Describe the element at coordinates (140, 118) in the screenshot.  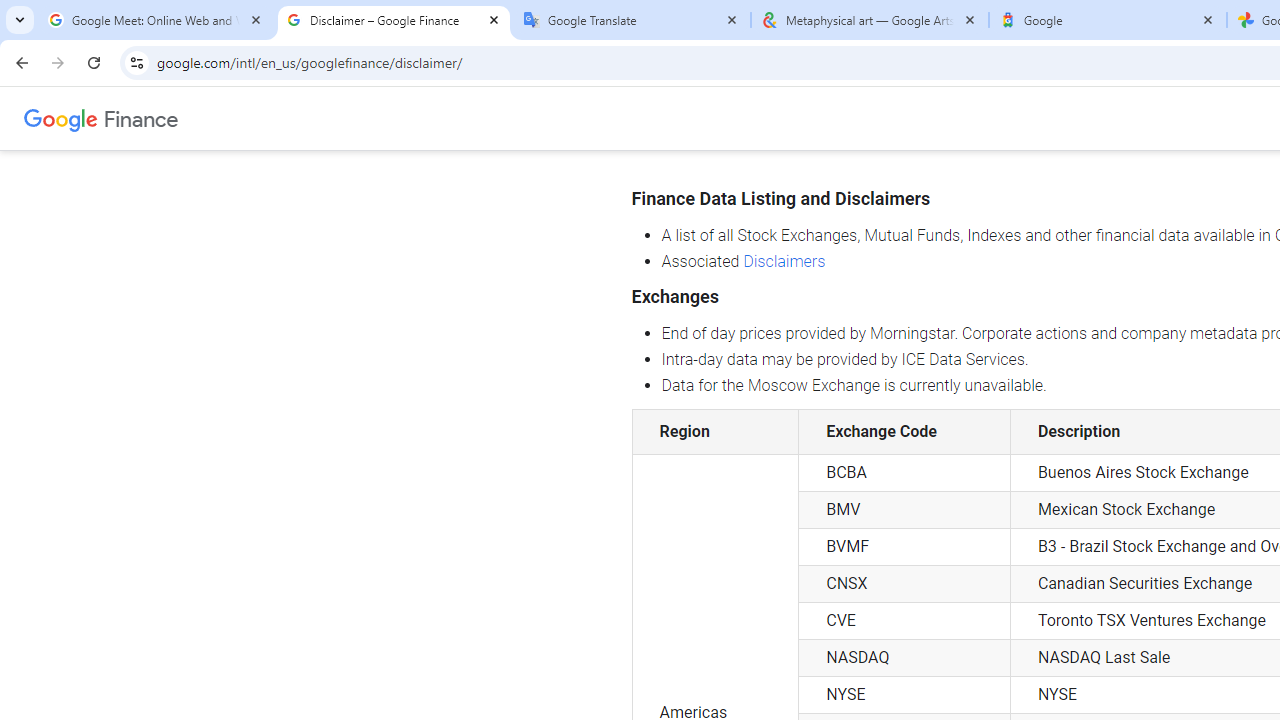
I see `'Finance'` at that location.